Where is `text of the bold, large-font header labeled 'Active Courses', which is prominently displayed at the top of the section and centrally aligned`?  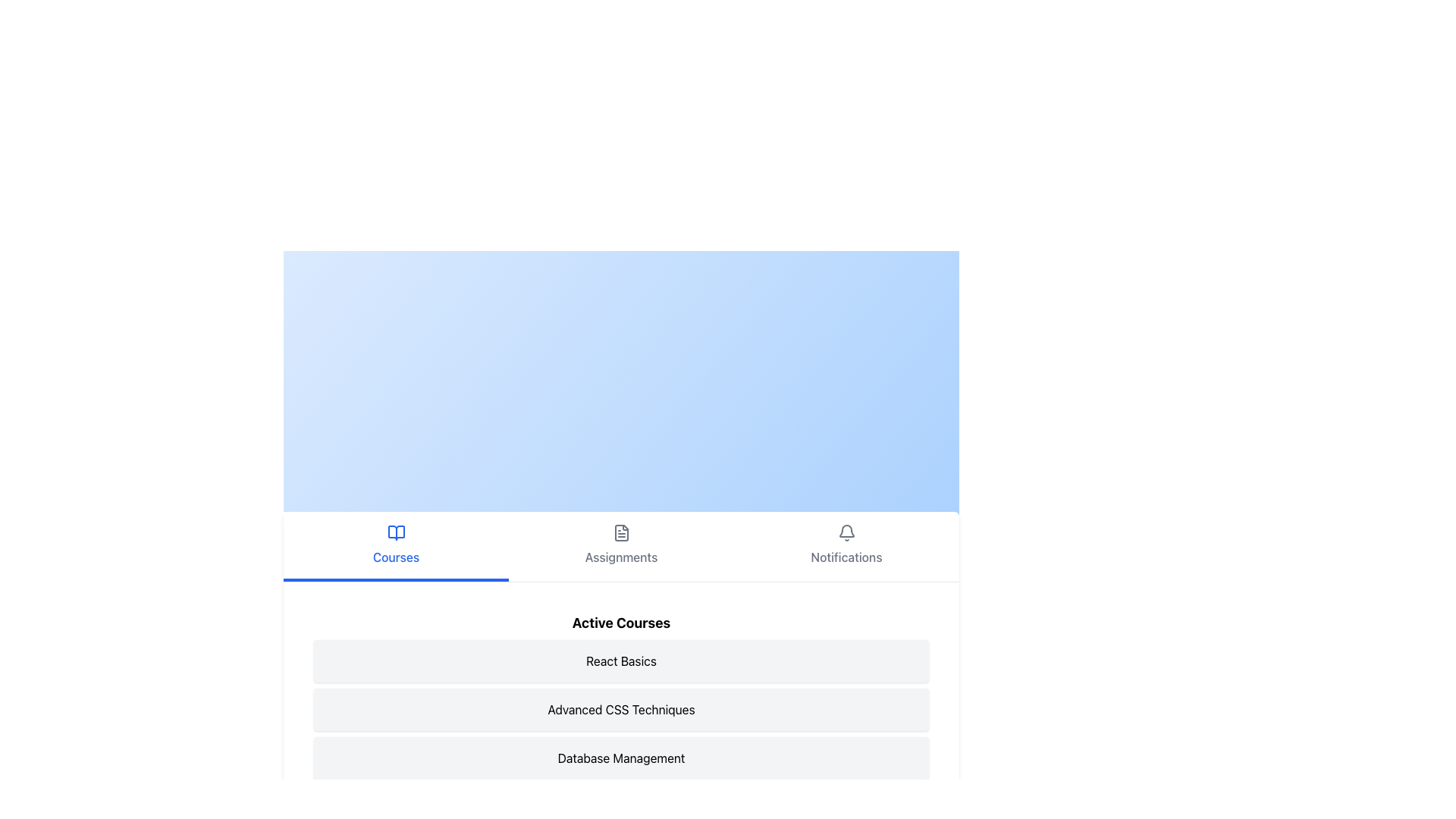
text of the bold, large-font header labeled 'Active Courses', which is prominently displayed at the top of the section and centrally aligned is located at coordinates (621, 623).